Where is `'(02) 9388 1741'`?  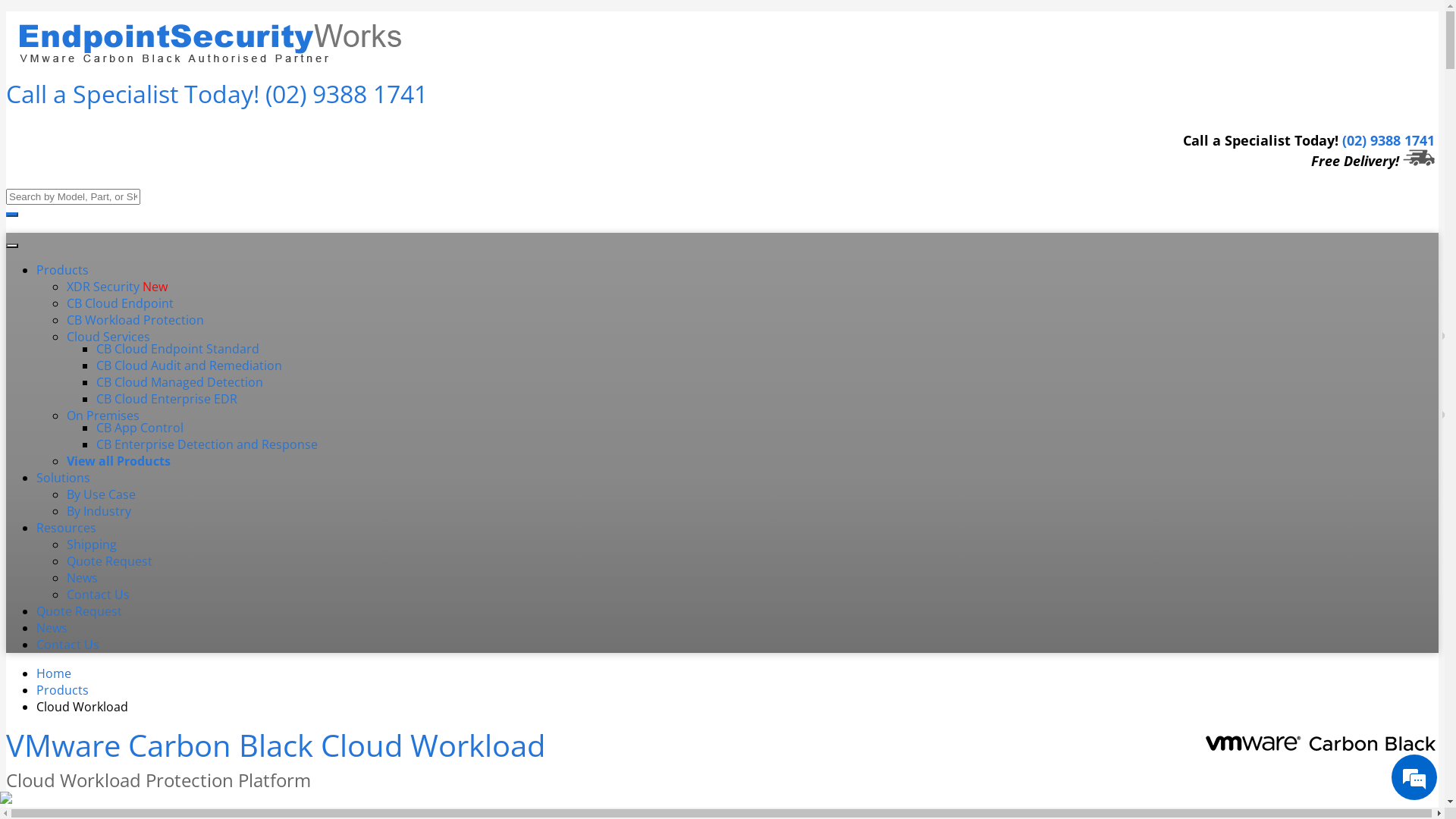 '(02) 9388 1741' is located at coordinates (1388, 140).